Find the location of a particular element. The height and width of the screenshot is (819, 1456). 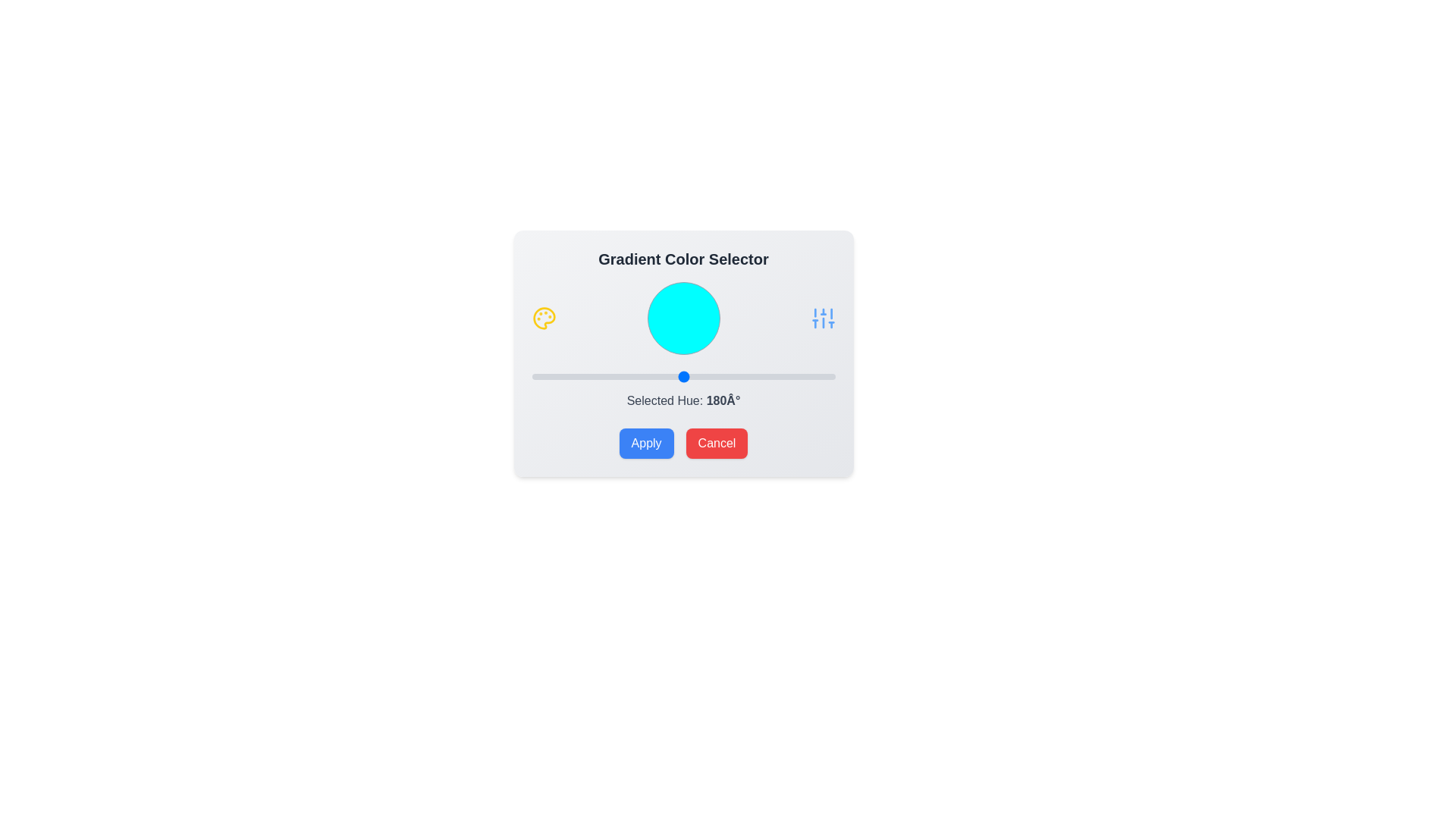

the slider to set the hue value to 196° is located at coordinates (696, 376).